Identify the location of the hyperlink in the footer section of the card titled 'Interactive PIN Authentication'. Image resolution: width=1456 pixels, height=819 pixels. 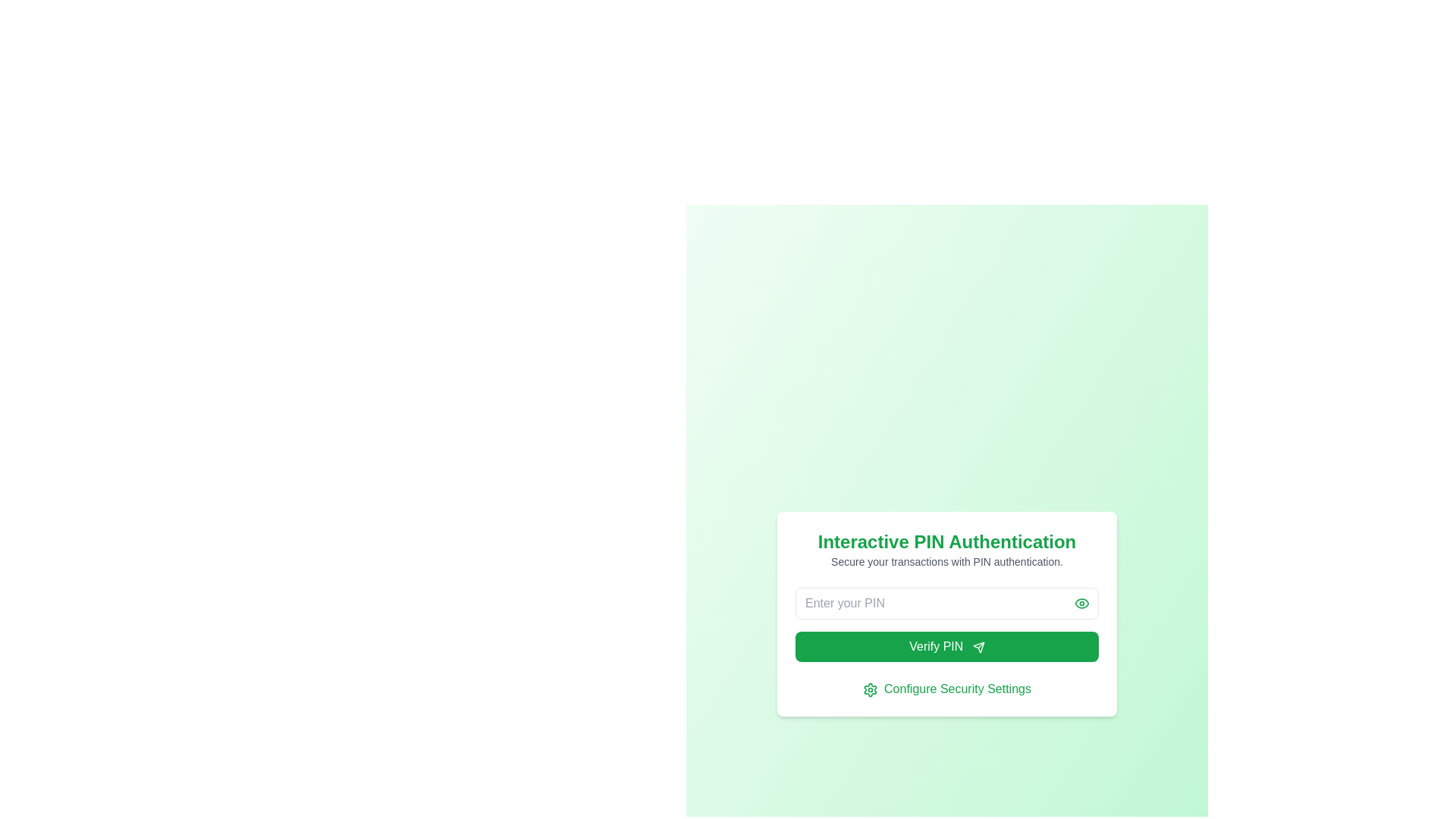
(956, 688).